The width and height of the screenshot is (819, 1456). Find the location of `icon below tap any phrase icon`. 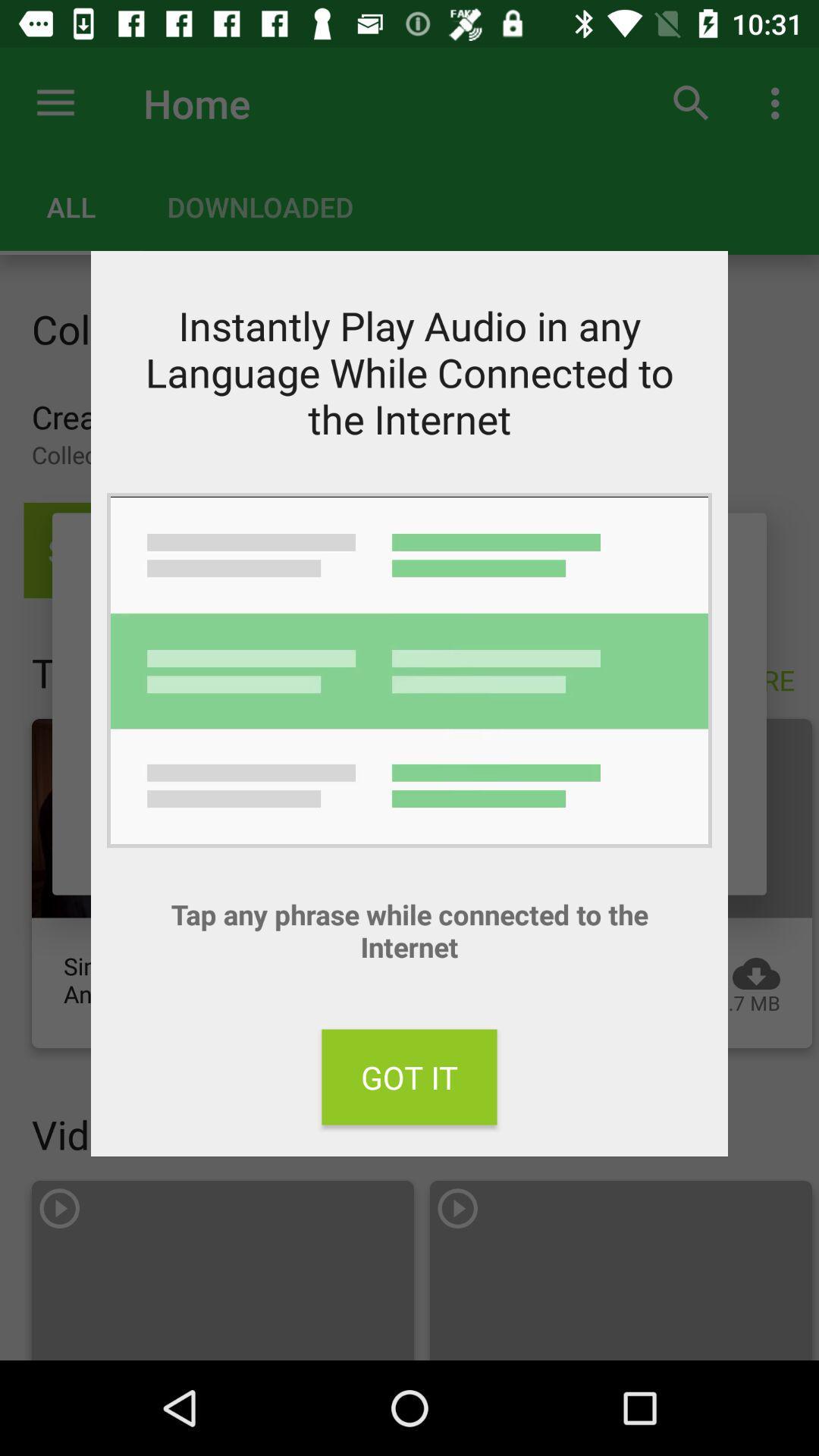

icon below tap any phrase icon is located at coordinates (409, 1076).